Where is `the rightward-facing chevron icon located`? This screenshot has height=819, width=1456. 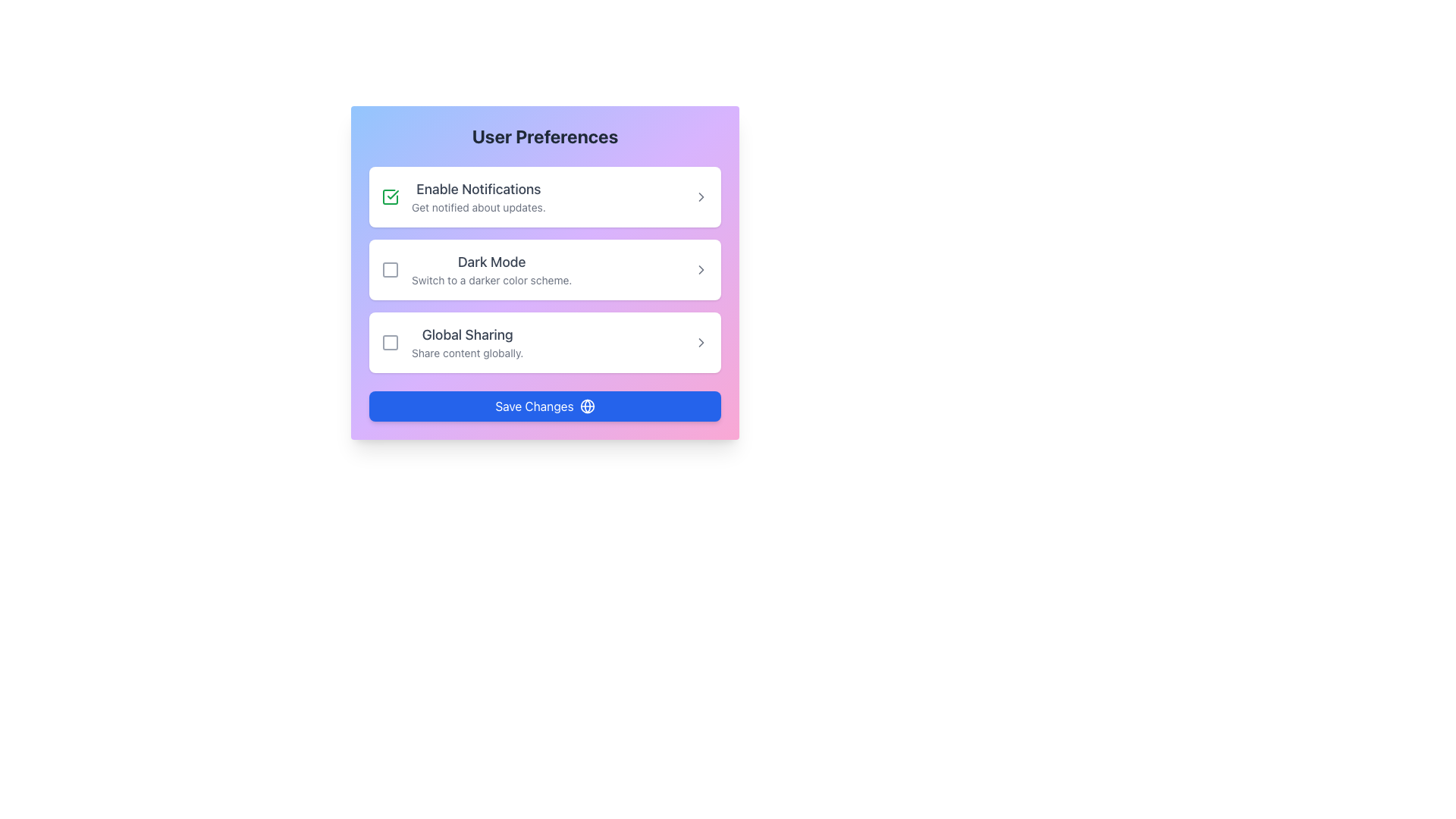 the rightward-facing chevron icon located is located at coordinates (701, 196).